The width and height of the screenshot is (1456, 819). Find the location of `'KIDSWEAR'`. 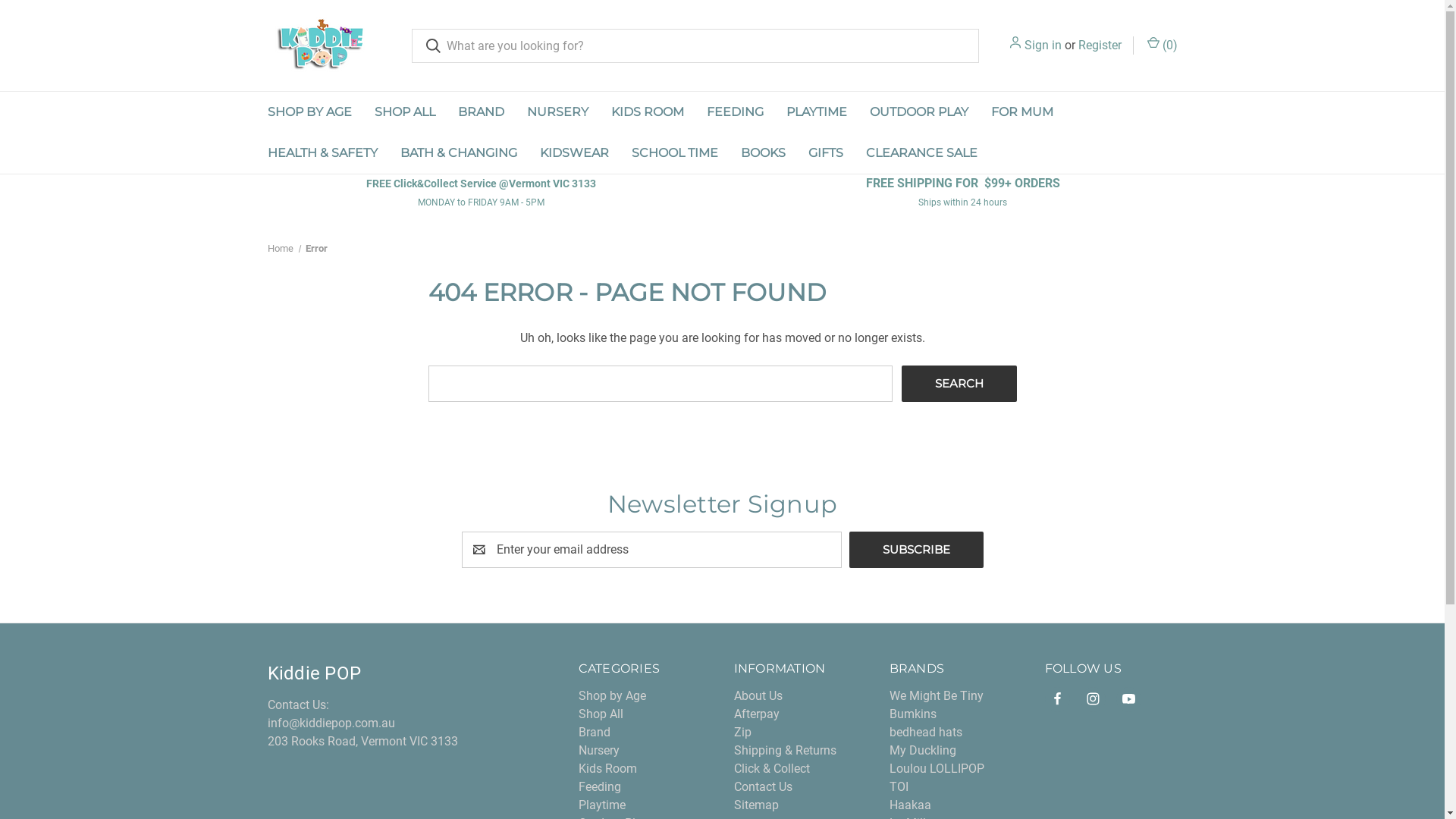

'KIDSWEAR' is located at coordinates (528, 152).